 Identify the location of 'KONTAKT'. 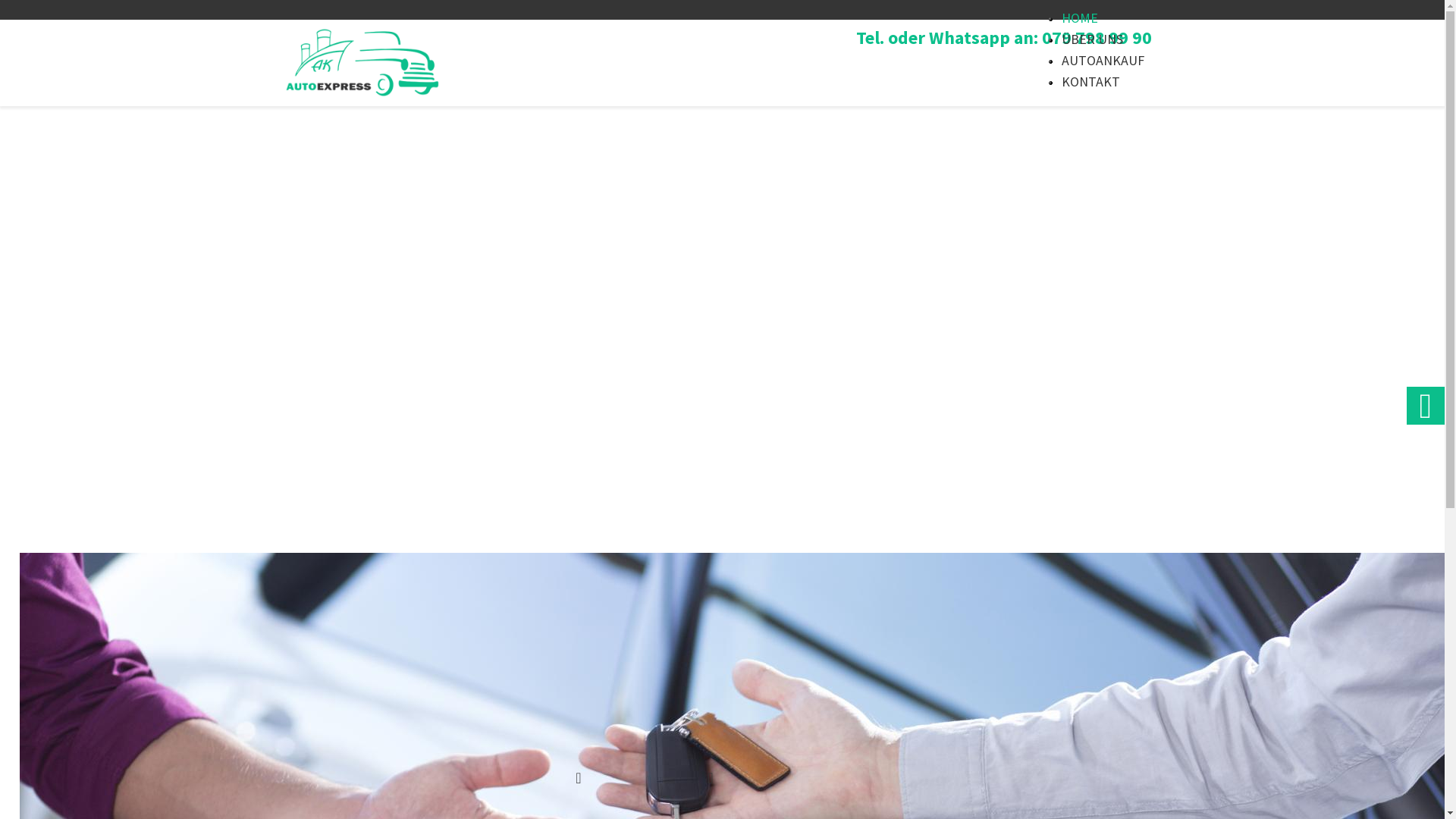
(1061, 81).